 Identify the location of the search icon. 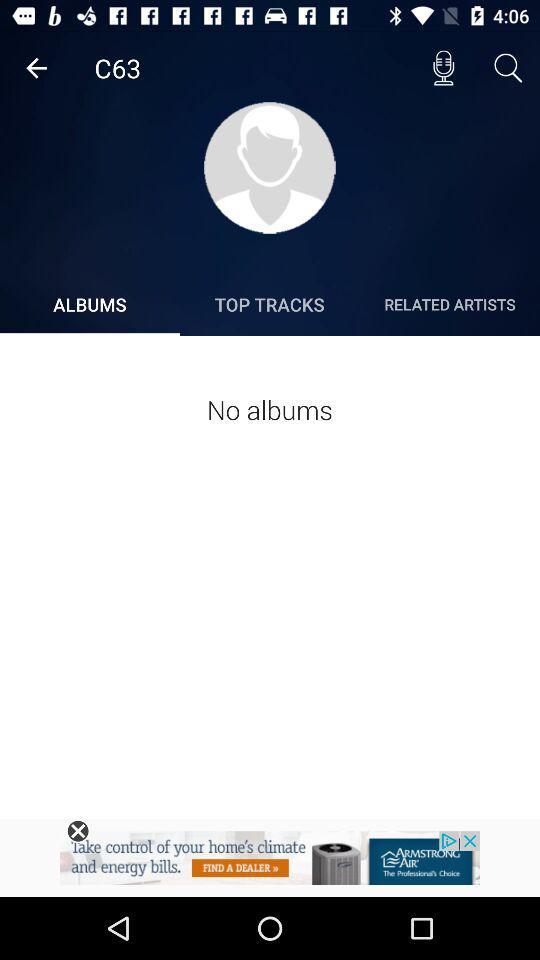
(508, 68).